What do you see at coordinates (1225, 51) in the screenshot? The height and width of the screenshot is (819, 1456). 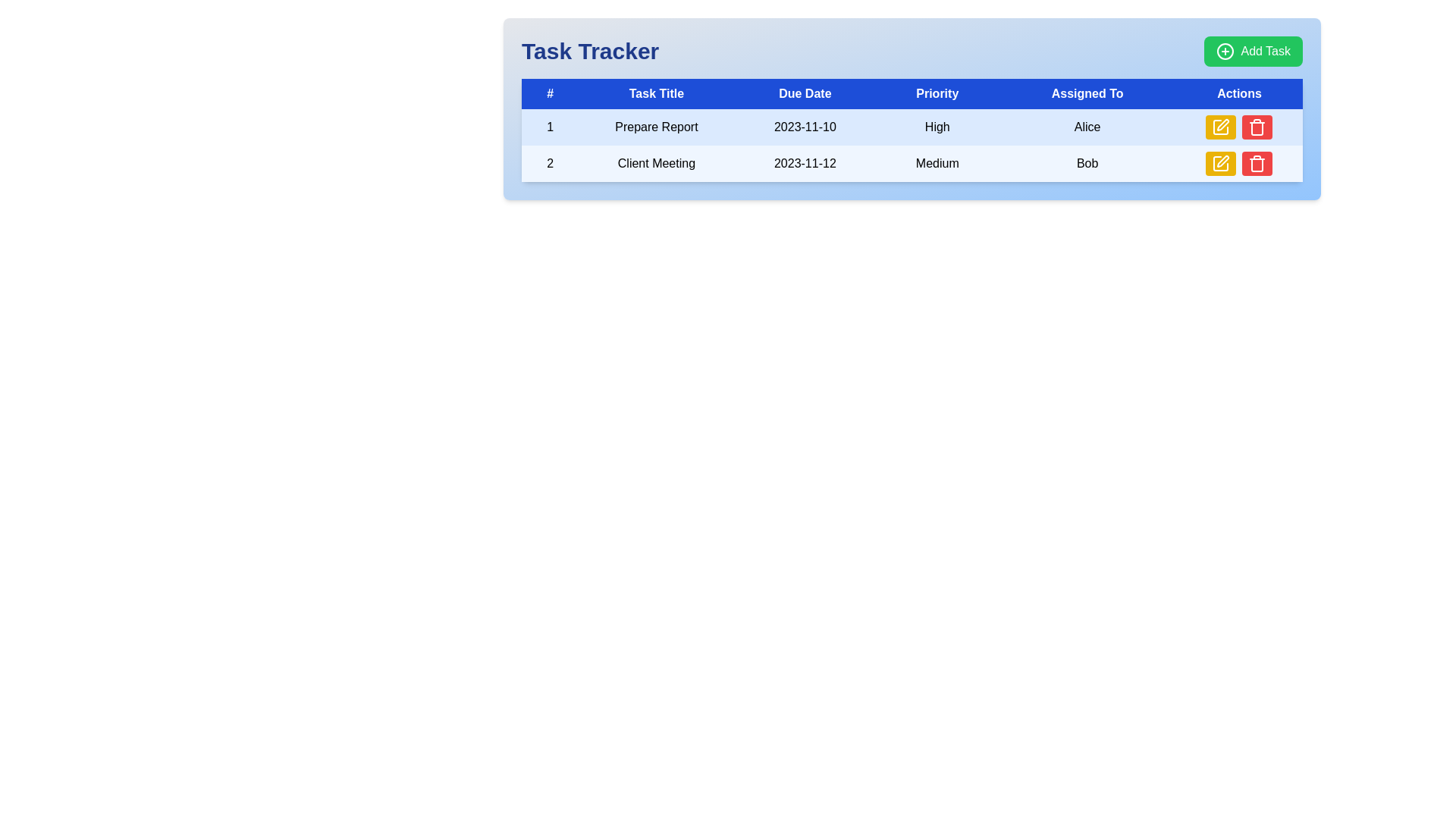 I see `the icon that represents the action to add a new task, which is located within the green button labeled 'Add Task' in the top right corner of the layout` at bounding box center [1225, 51].